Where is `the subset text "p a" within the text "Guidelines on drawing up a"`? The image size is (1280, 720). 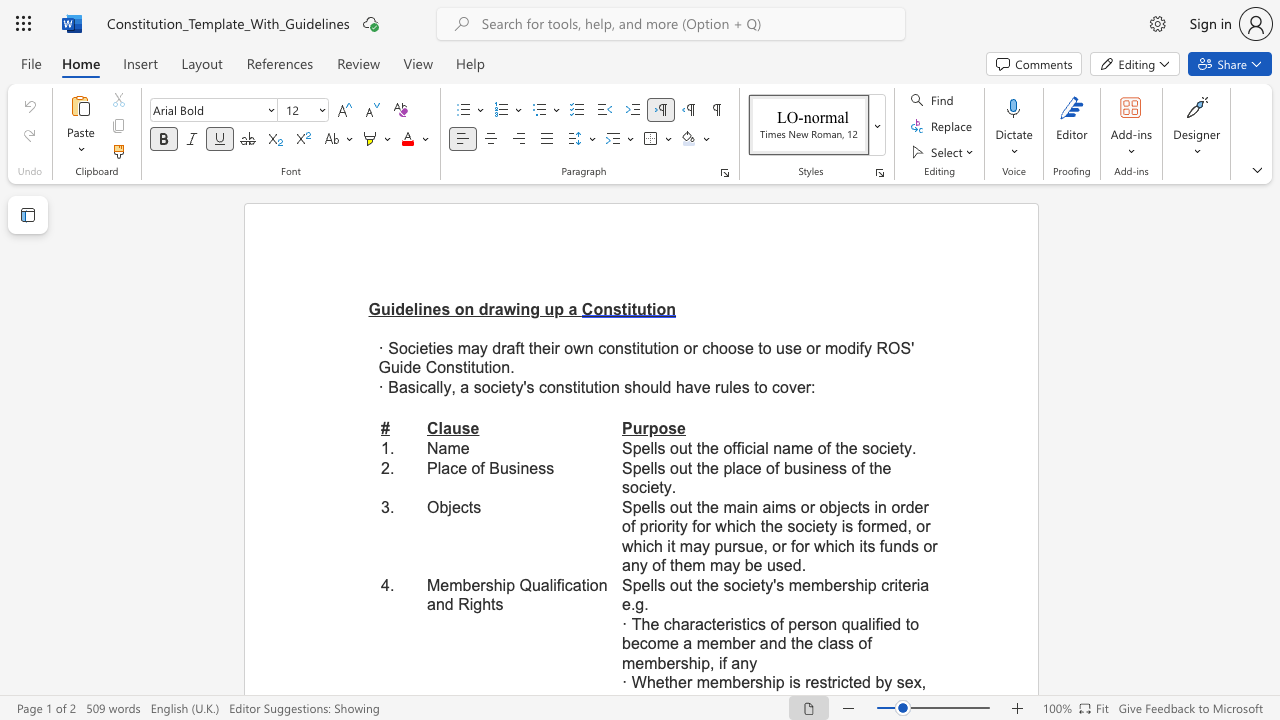
the subset text "p a" within the text "Guidelines on drawing up a" is located at coordinates (554, 309).